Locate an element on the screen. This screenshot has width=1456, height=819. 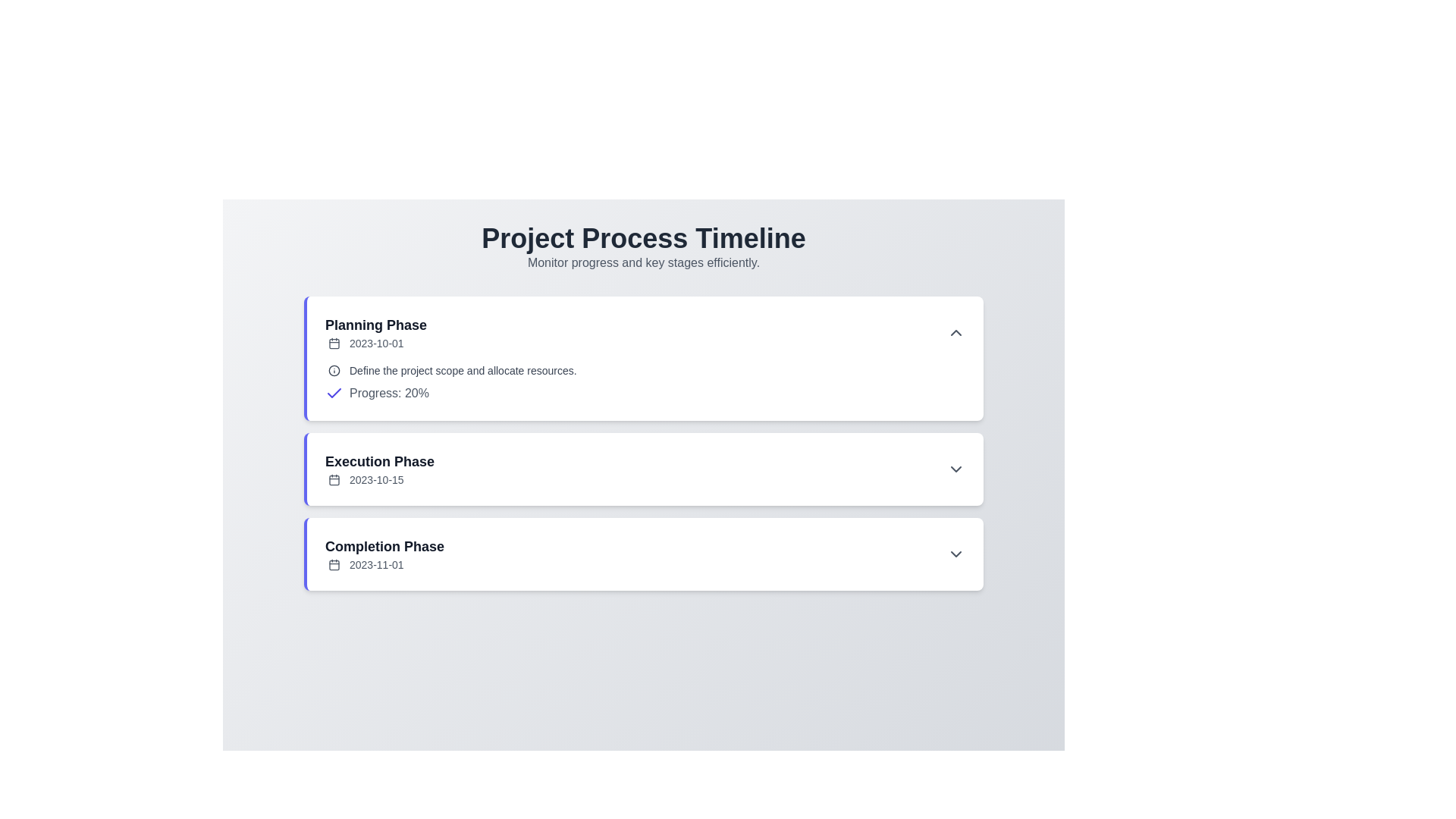
progress information displayed in the gray text label that shows 'Progress: 20%' located within the 'Planning Phase' card interface, positioned below the check icon is located at coordinates (389, 393).